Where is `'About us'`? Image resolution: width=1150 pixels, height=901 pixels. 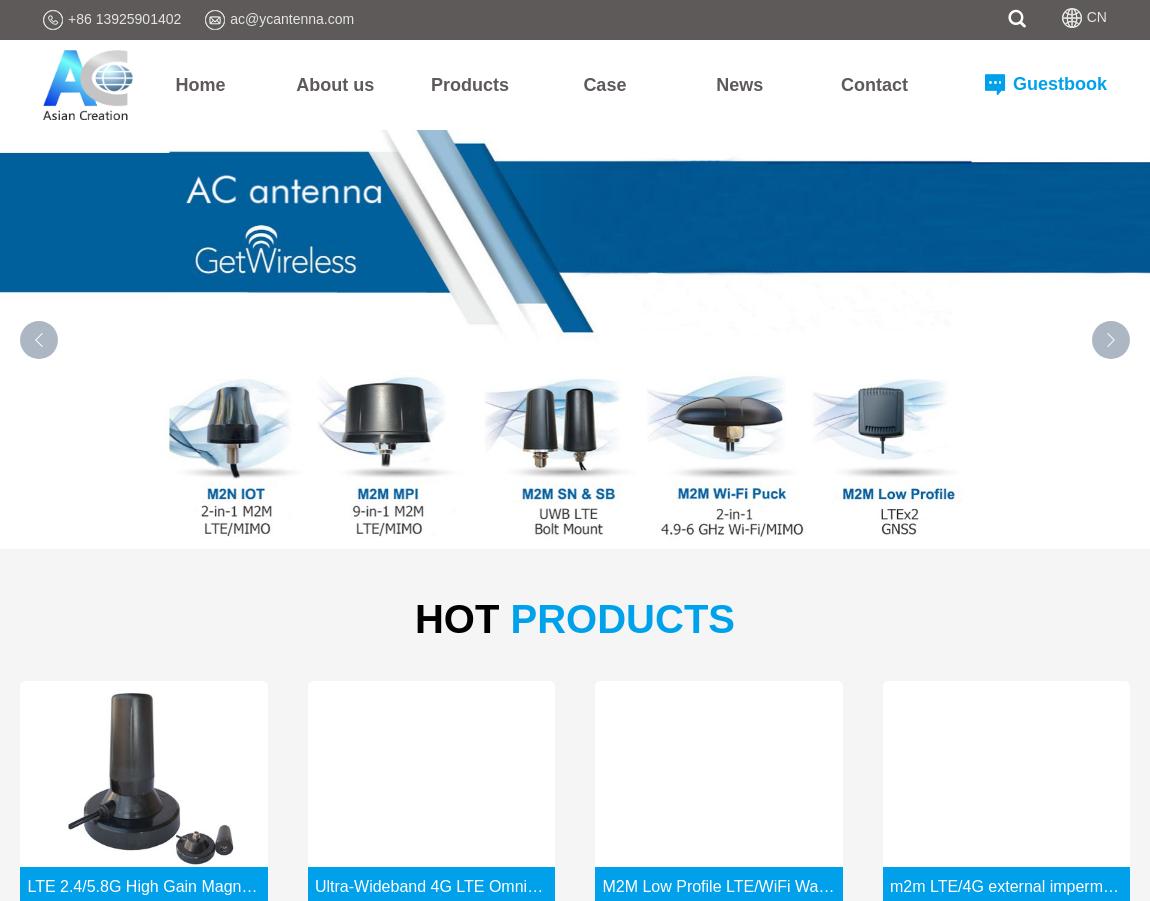 'About us' is located at coordinates (334, 82).